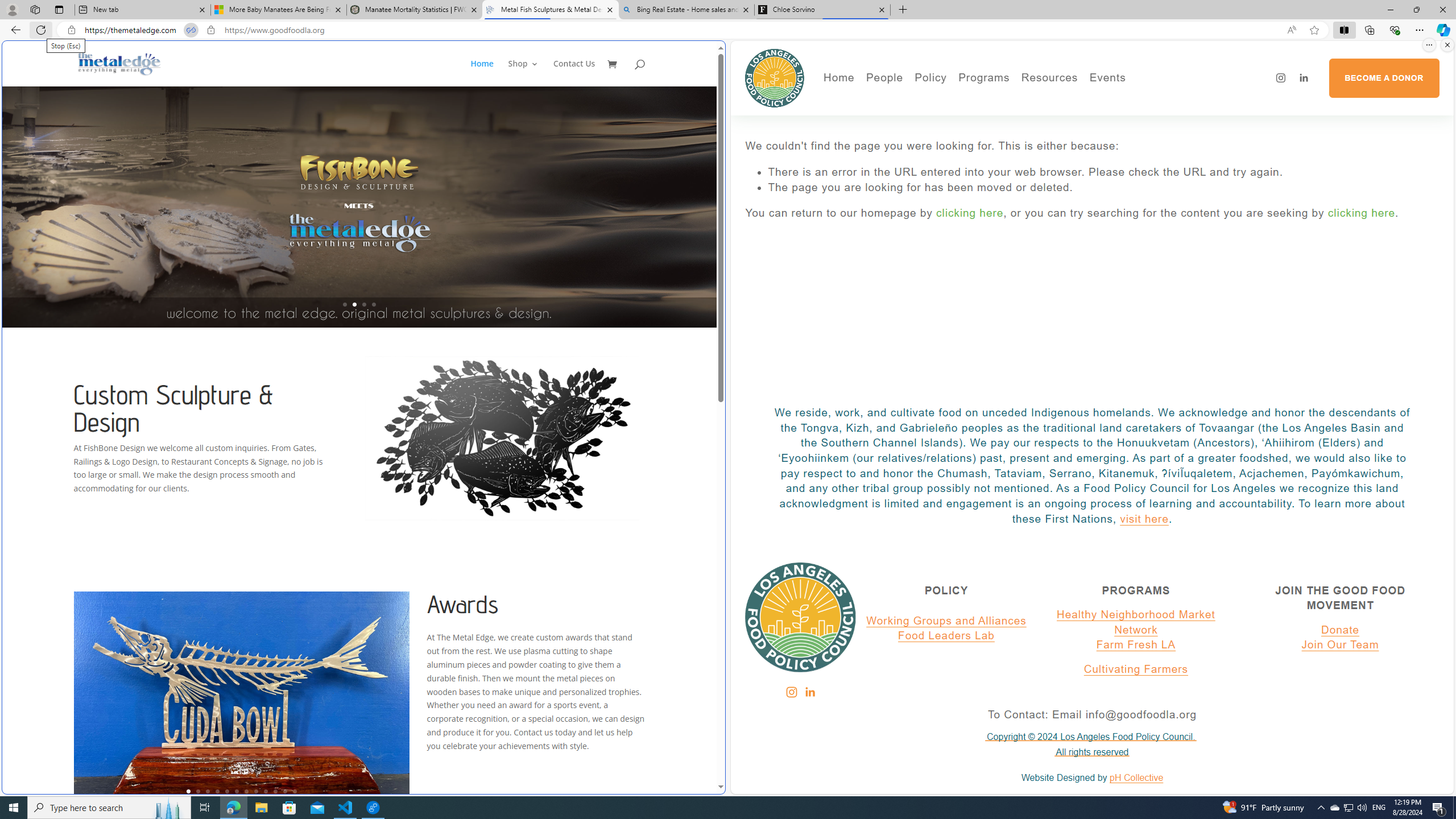 Image resolution: width=1456 pixels, height=819 pixels. What do you see at coordinates (1428, 44) in the screenshot?
I see `'More options.'` at bounding box center [1428, 44].